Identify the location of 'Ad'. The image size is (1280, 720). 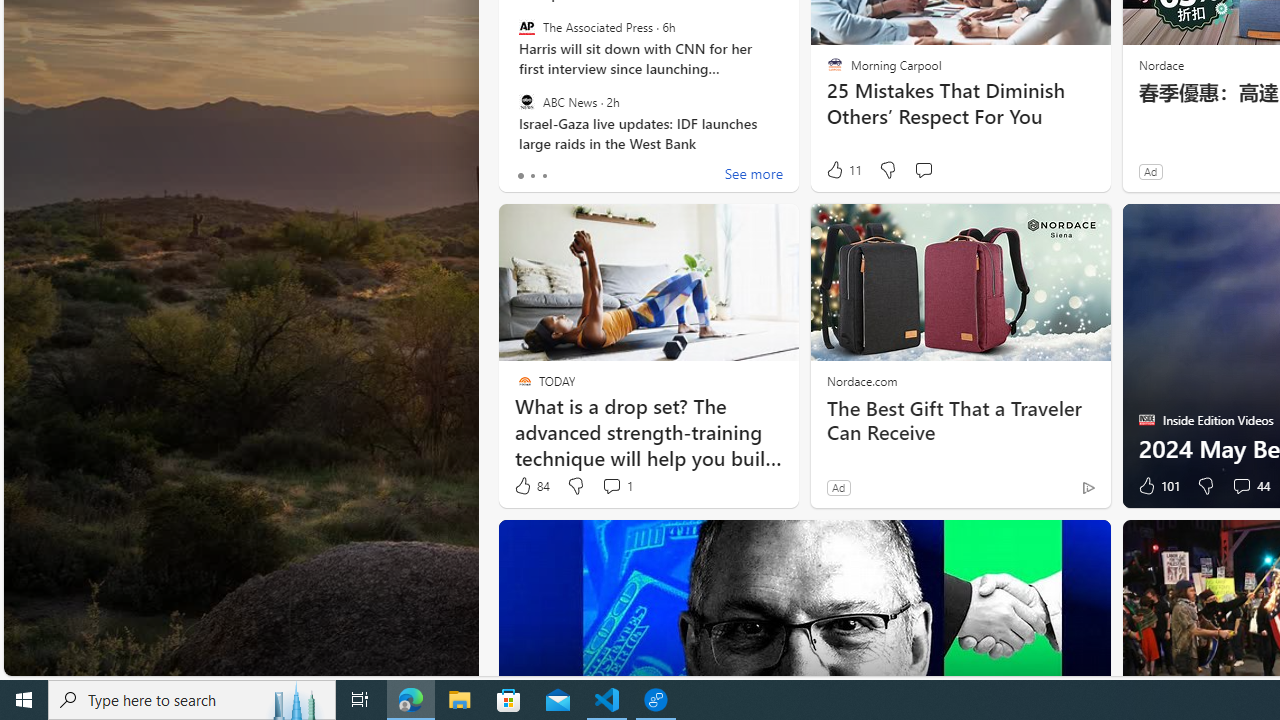
(838, 487).